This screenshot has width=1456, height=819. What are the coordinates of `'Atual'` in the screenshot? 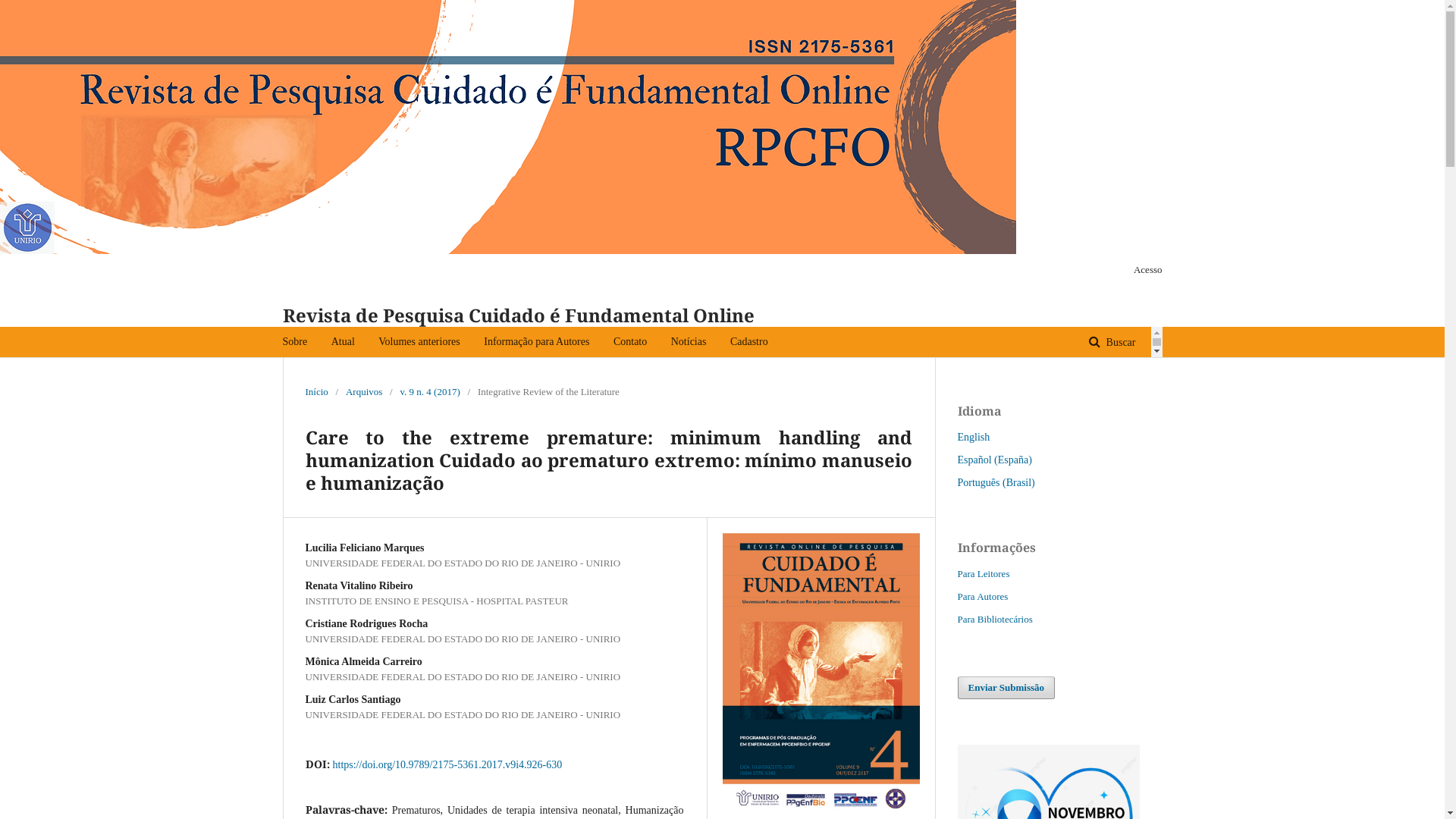 It's located at (342, 342).